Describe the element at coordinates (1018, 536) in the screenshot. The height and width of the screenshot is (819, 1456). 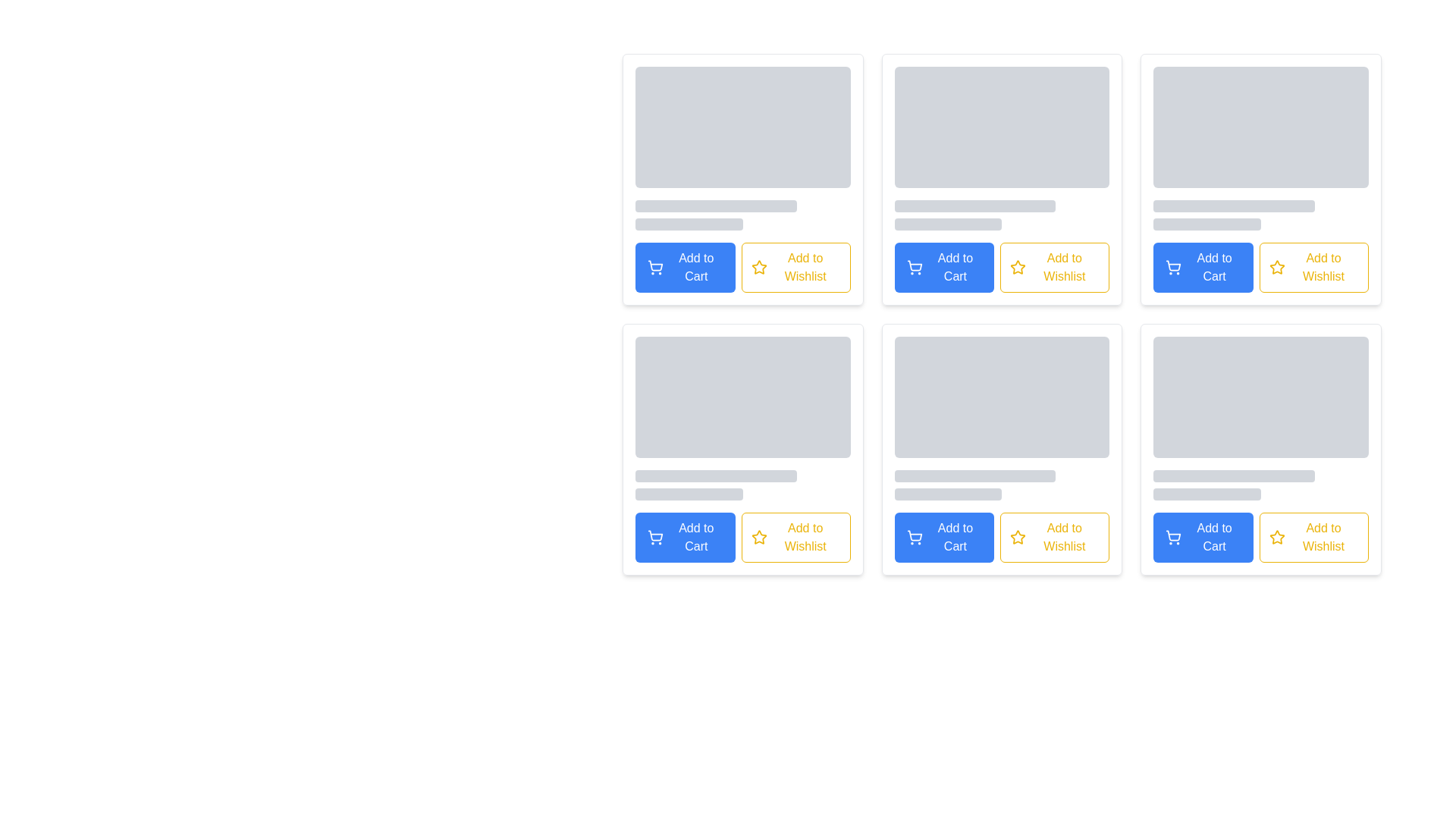
I see `the five-pointed star icon, outlined in golden yellow, located to the left of the 'Add to Wishlist' button in the sixth card of the grid layout` at that location.